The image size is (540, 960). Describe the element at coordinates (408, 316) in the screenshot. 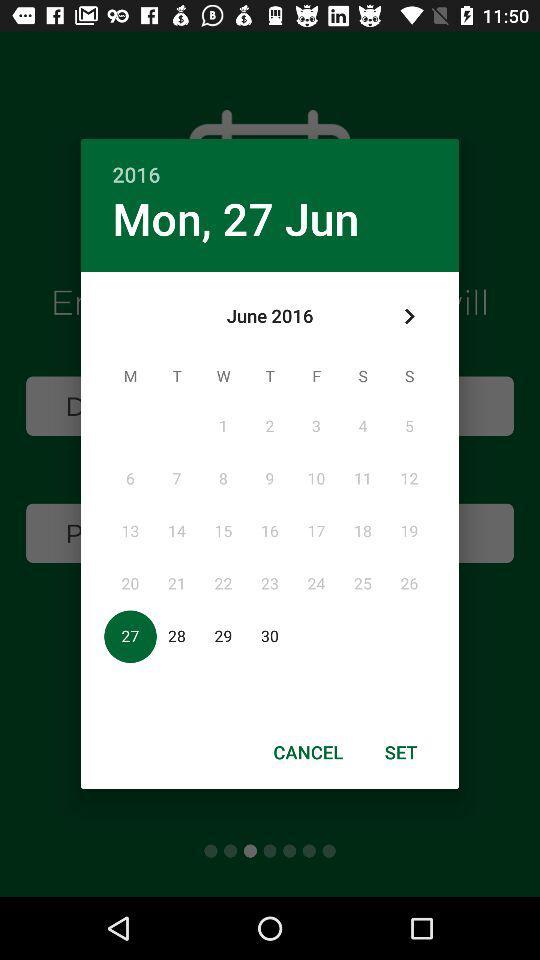

I see `icon above set item` at that location.